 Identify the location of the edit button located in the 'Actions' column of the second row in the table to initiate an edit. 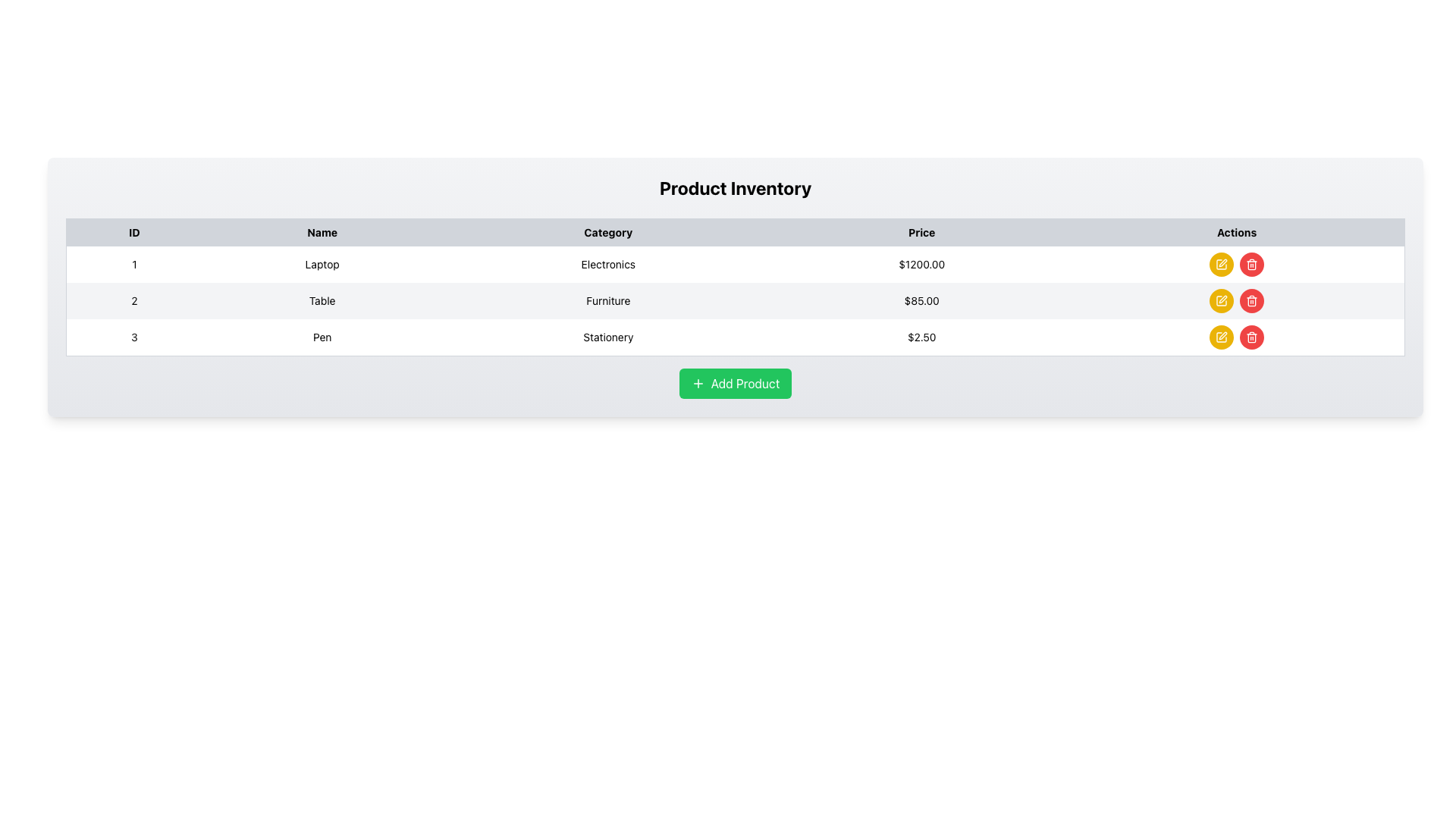
(1222, 263).